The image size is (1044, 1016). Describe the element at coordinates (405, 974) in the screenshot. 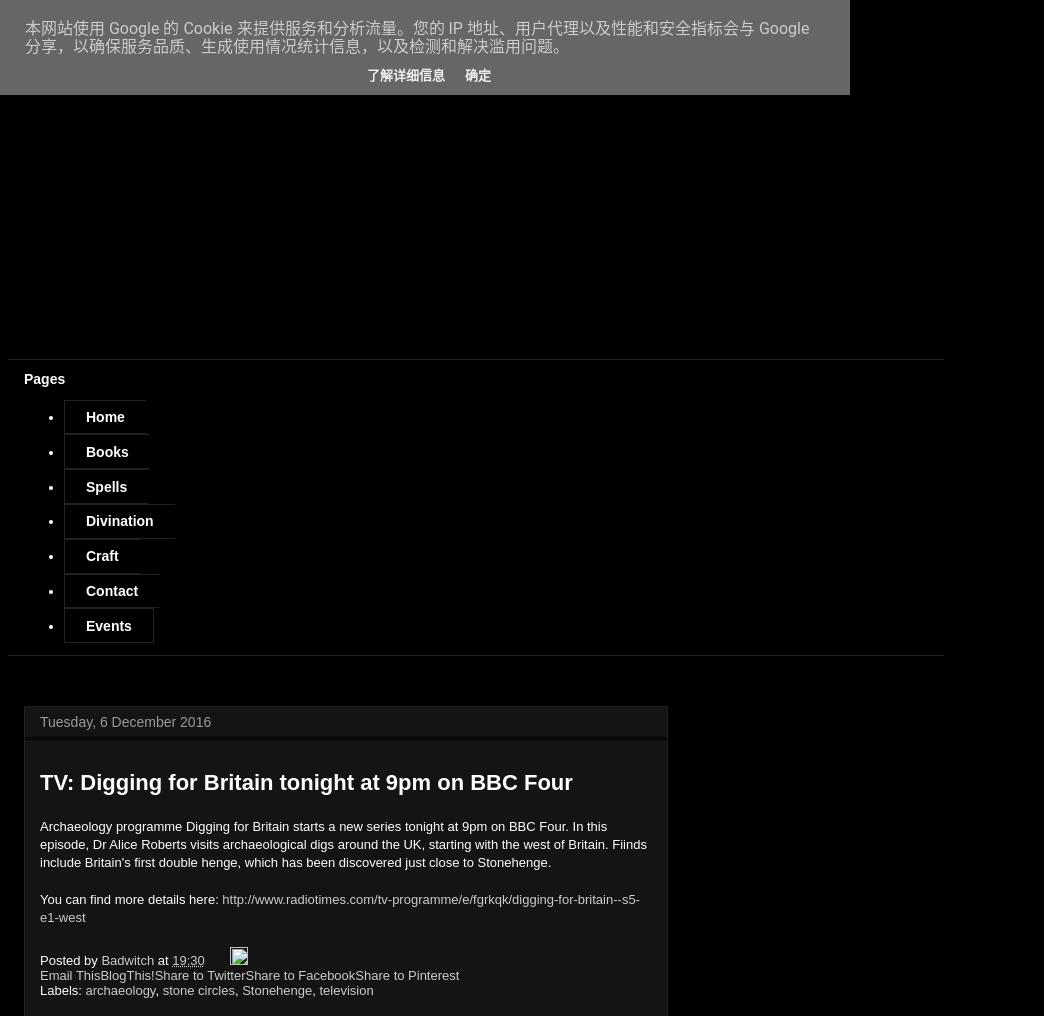

I see `'Share to Pinterest'` at that location.